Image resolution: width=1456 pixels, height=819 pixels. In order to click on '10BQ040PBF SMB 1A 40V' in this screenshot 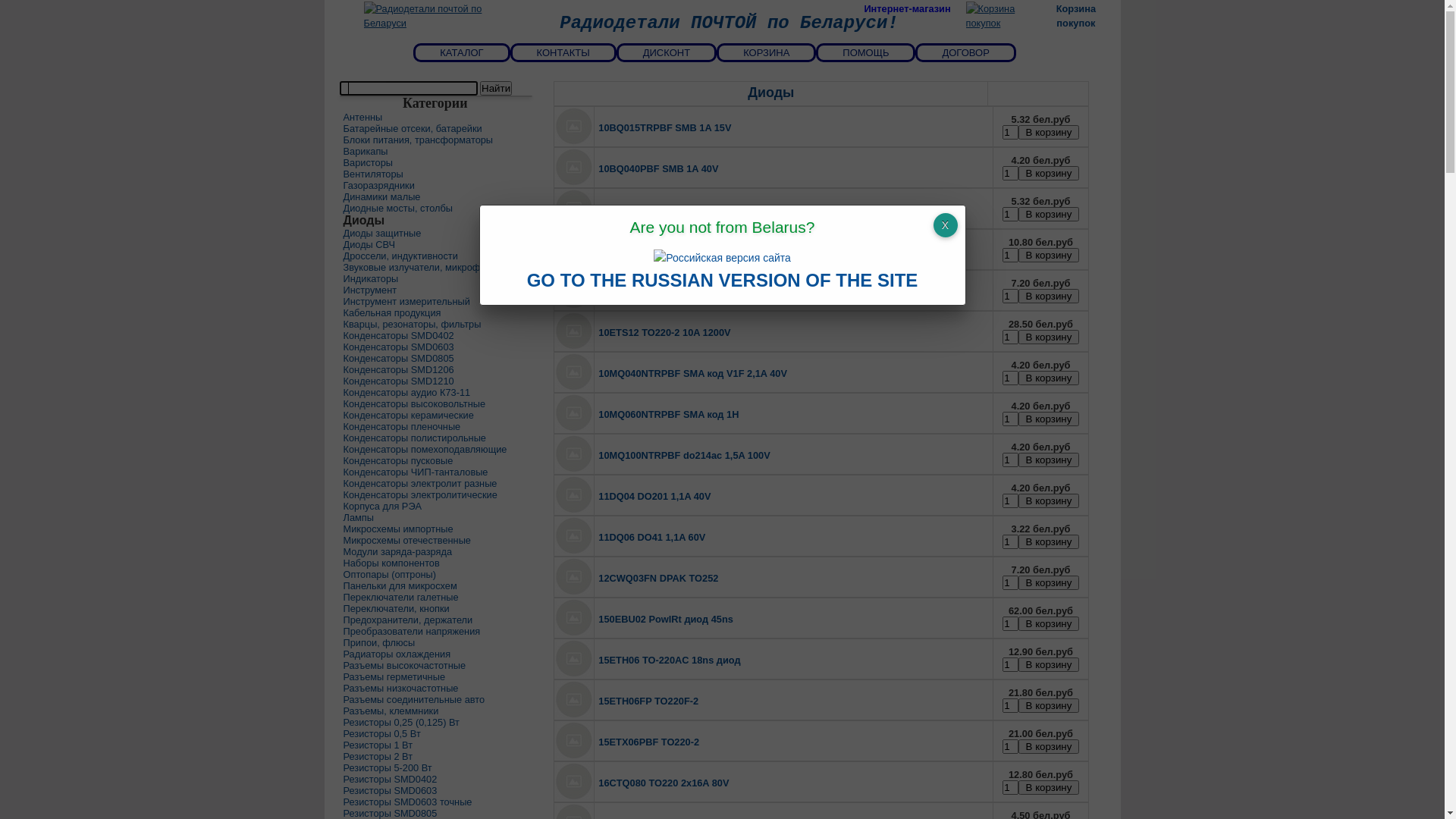, I will do `click(658, 168)`.